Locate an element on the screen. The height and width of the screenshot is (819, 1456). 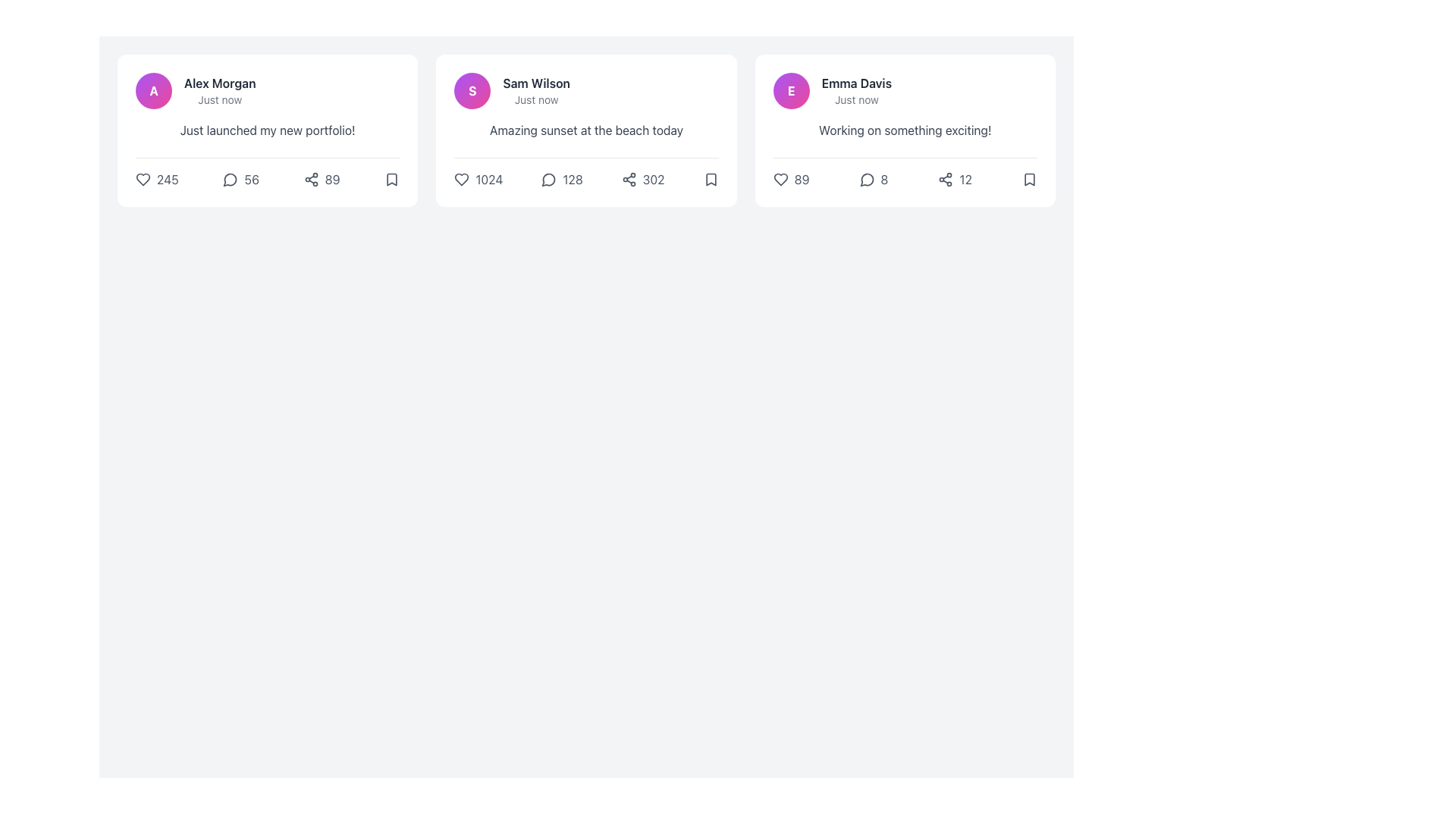
the icon represented by three connected circles forming a triangular structure, located below the post by 'Sam Wilson' and to the left of the number '302' is located at coordinates (629, 178).